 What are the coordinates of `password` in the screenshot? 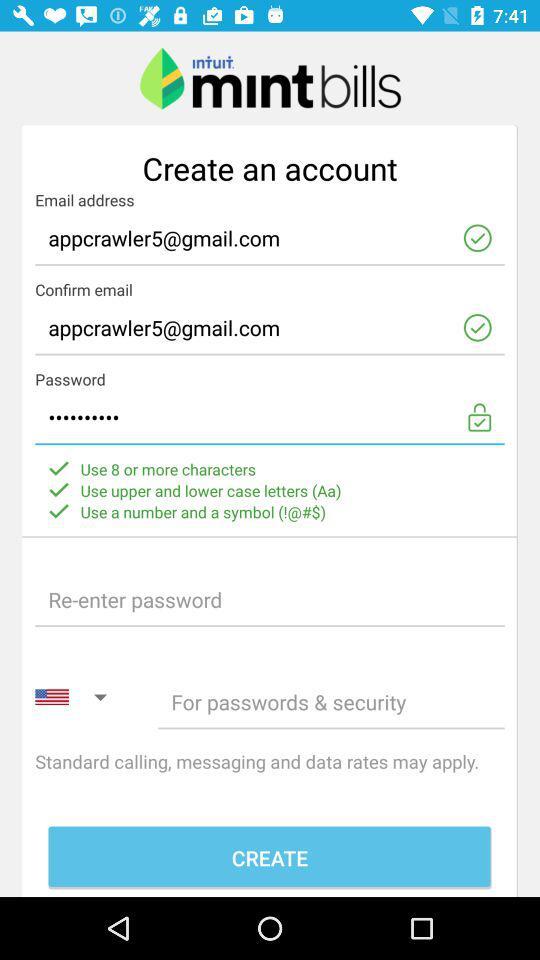 It's located at (270, 599).